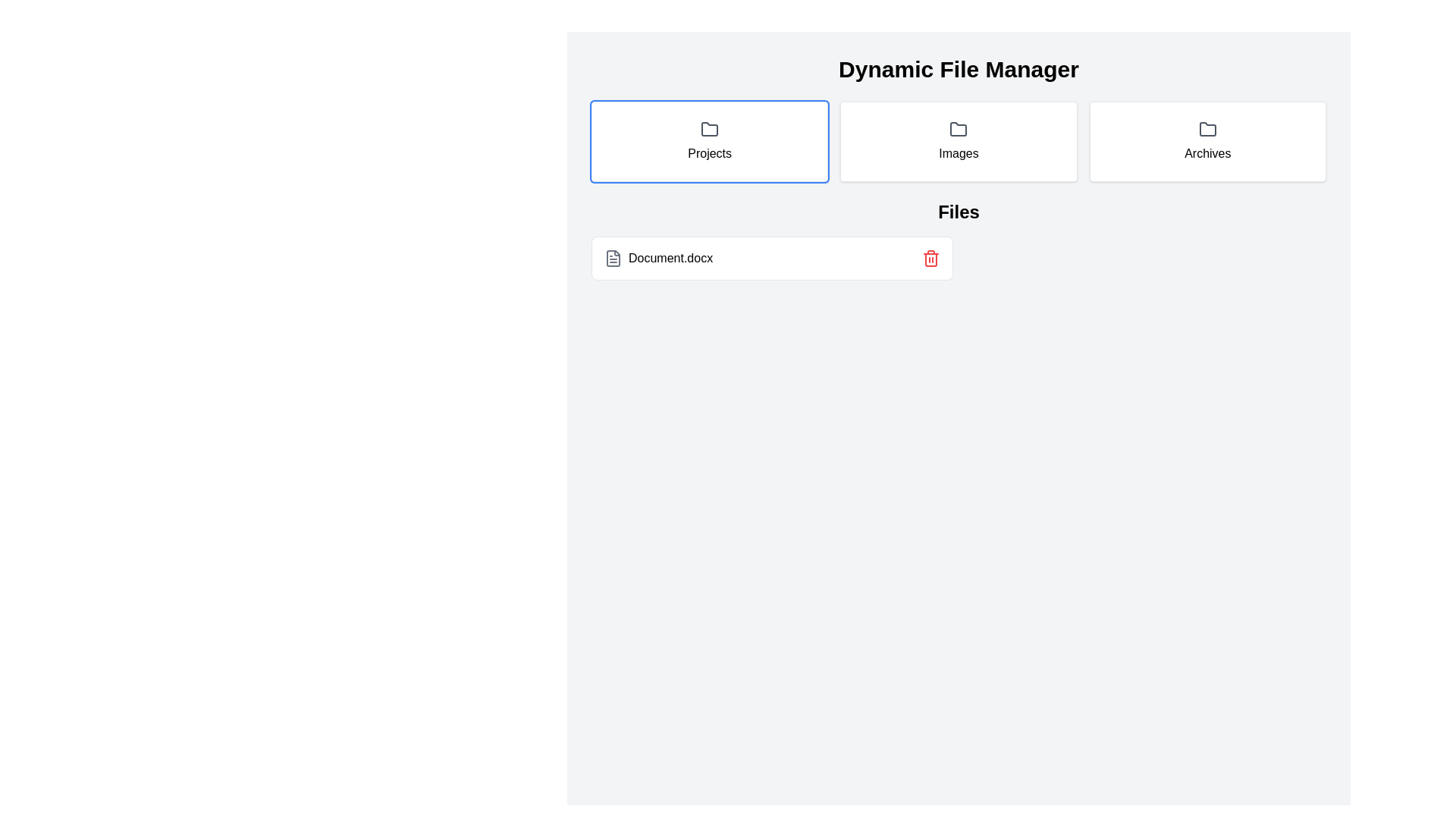 Image resolution: width=1456 pixels, height=819 pixels. I want to click on the 'Projects' card in the grid layout, so click(709, 141).